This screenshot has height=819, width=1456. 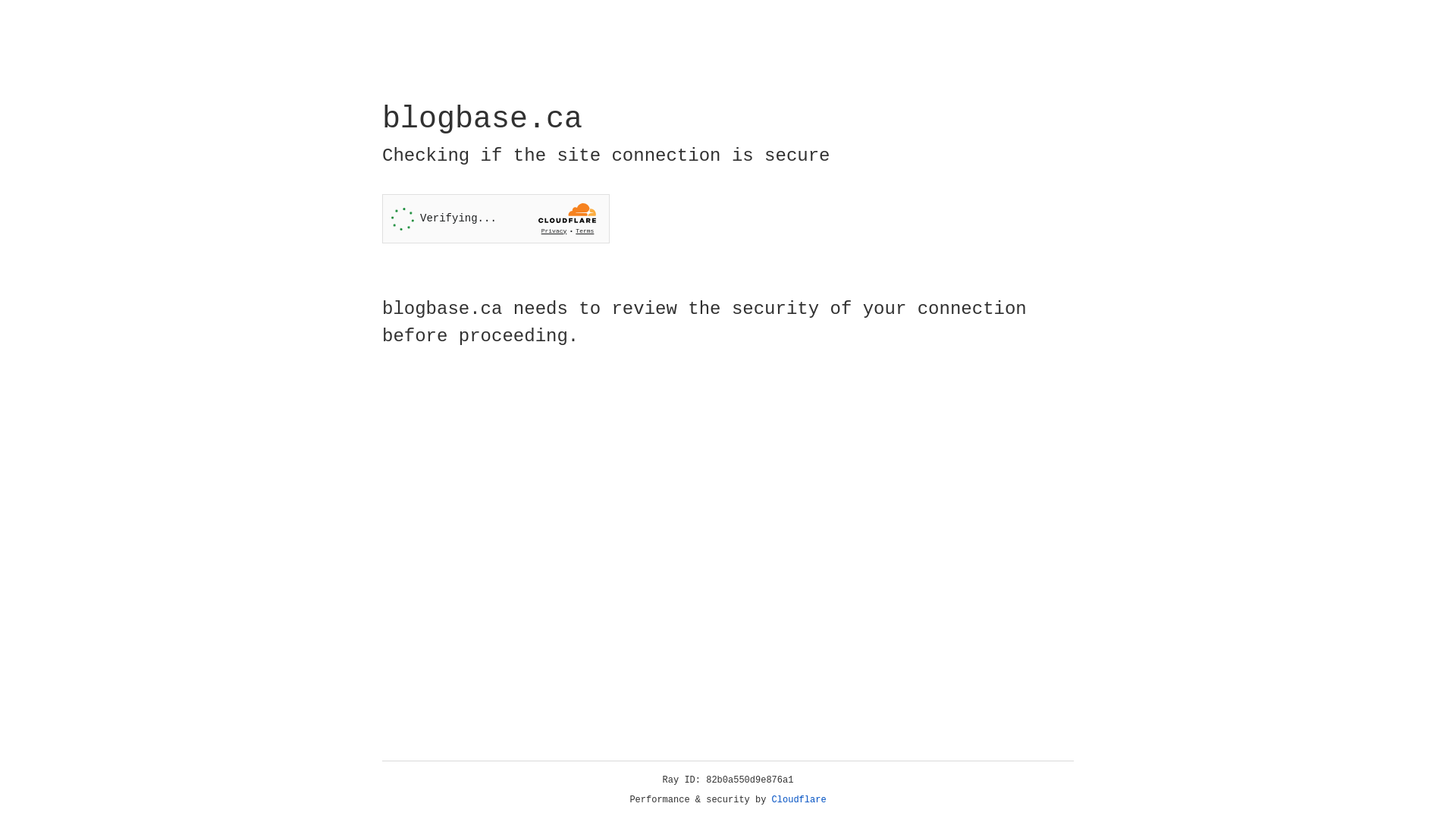 What do you see at coordinates (799, 799) in the screenshot?
I see `'Cloudflare'` at bounding box center [799, 799].